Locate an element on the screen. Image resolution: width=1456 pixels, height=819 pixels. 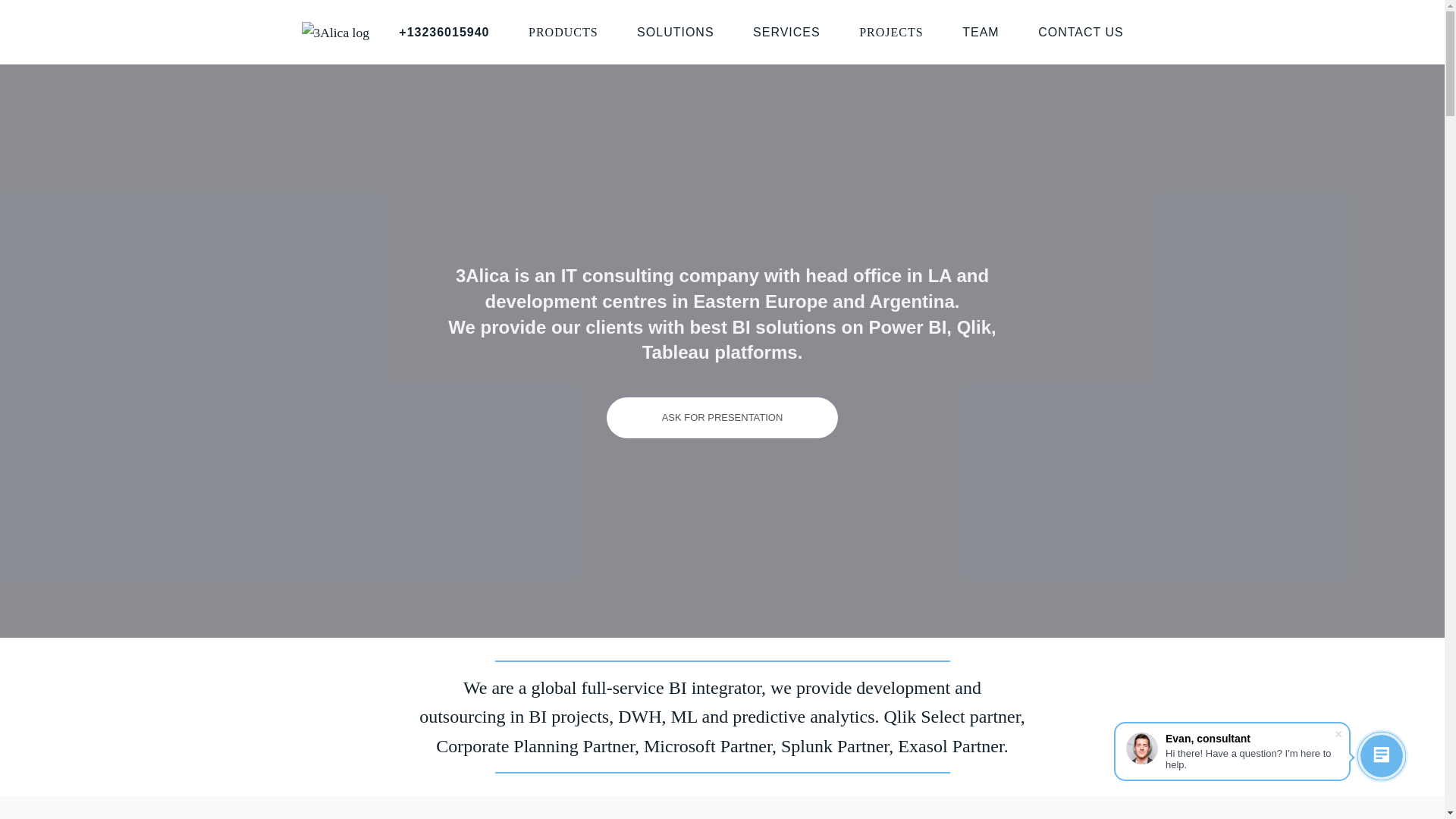
'ASK FOR PRESENTATION' is located at coordinates (722, 418).